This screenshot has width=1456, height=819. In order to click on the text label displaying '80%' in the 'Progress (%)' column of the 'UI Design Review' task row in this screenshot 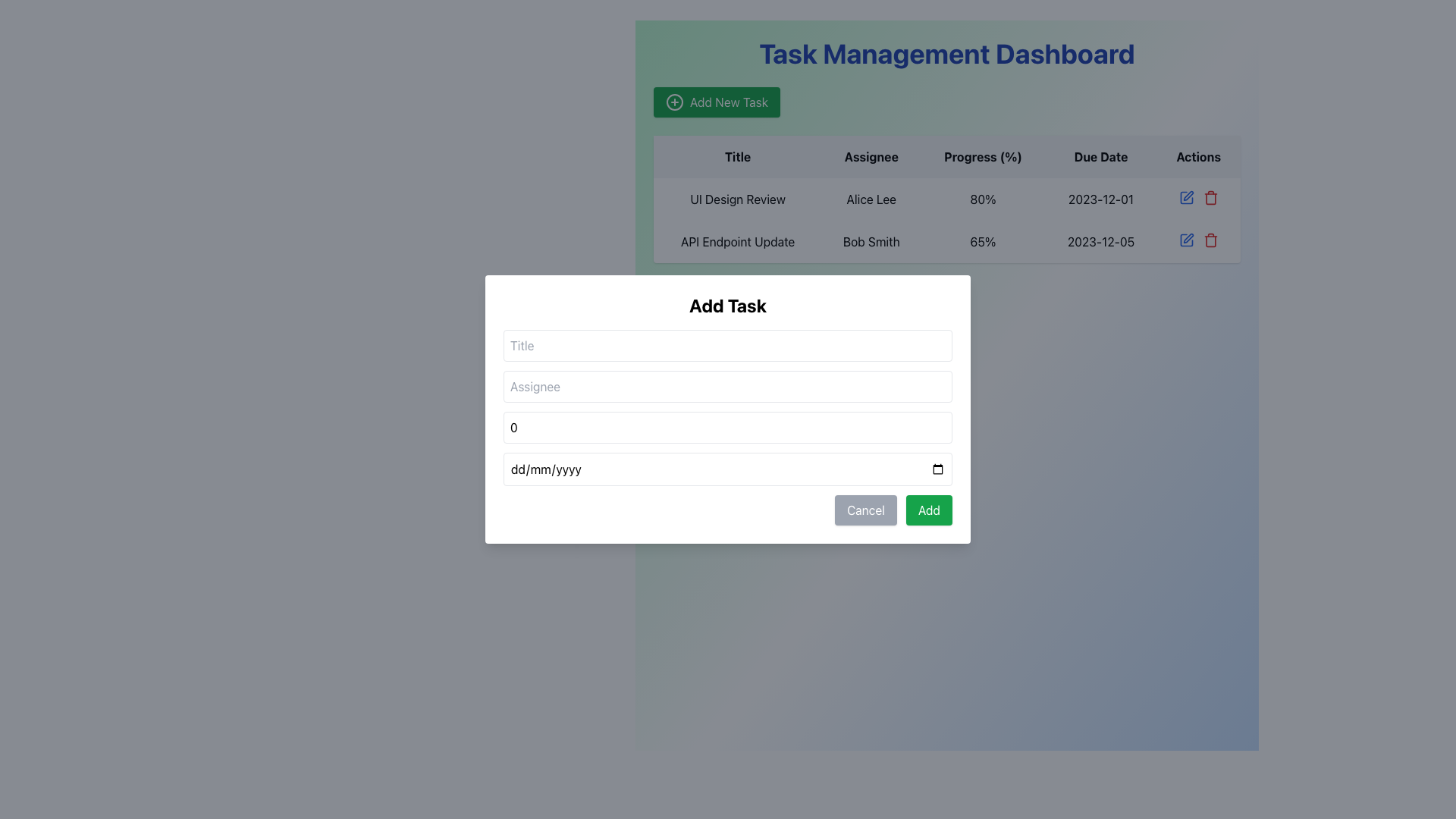, I will do `click(983, 198)`.